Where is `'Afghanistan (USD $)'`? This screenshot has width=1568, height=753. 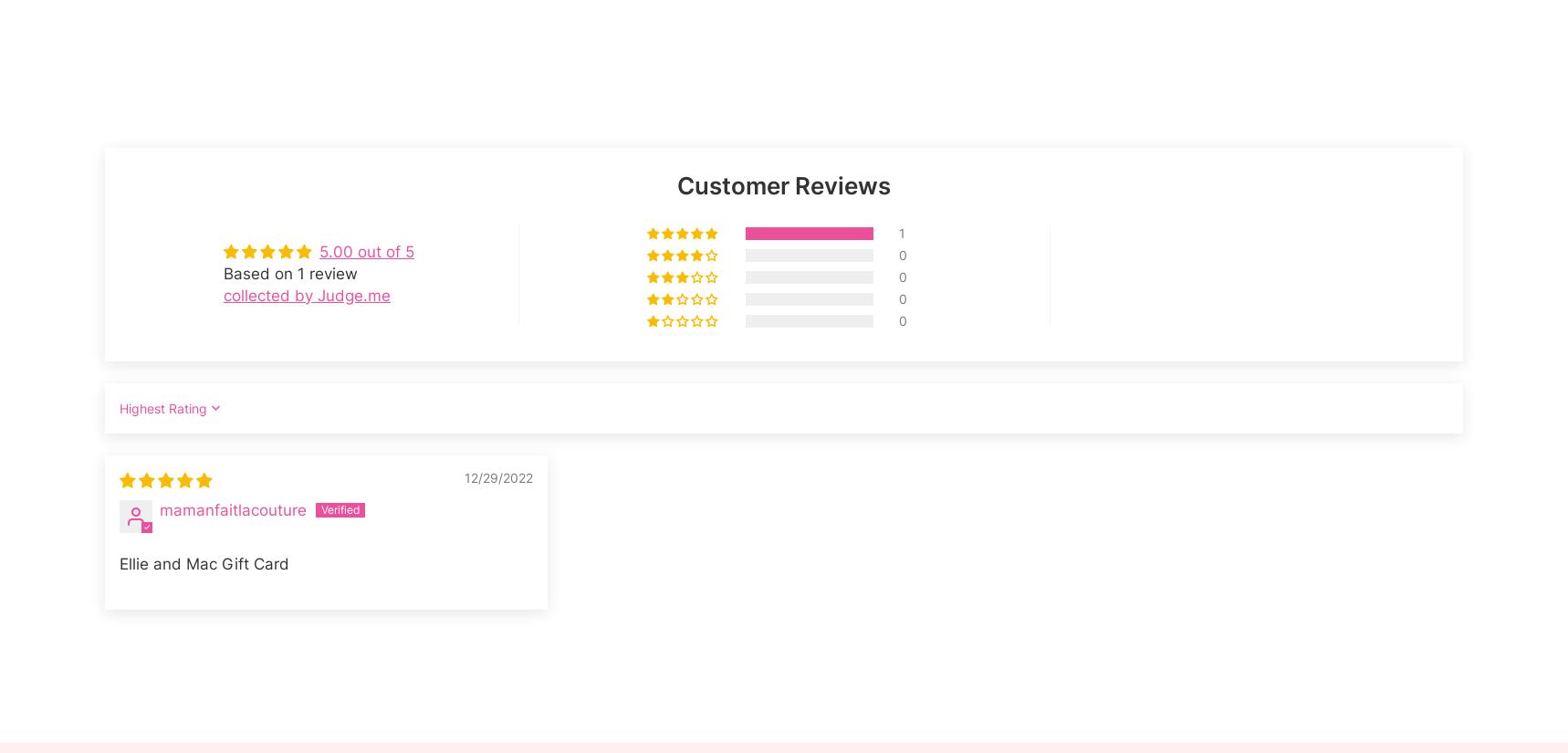
'Afghanistan (USD $)' is located at coordinates (169, 68).